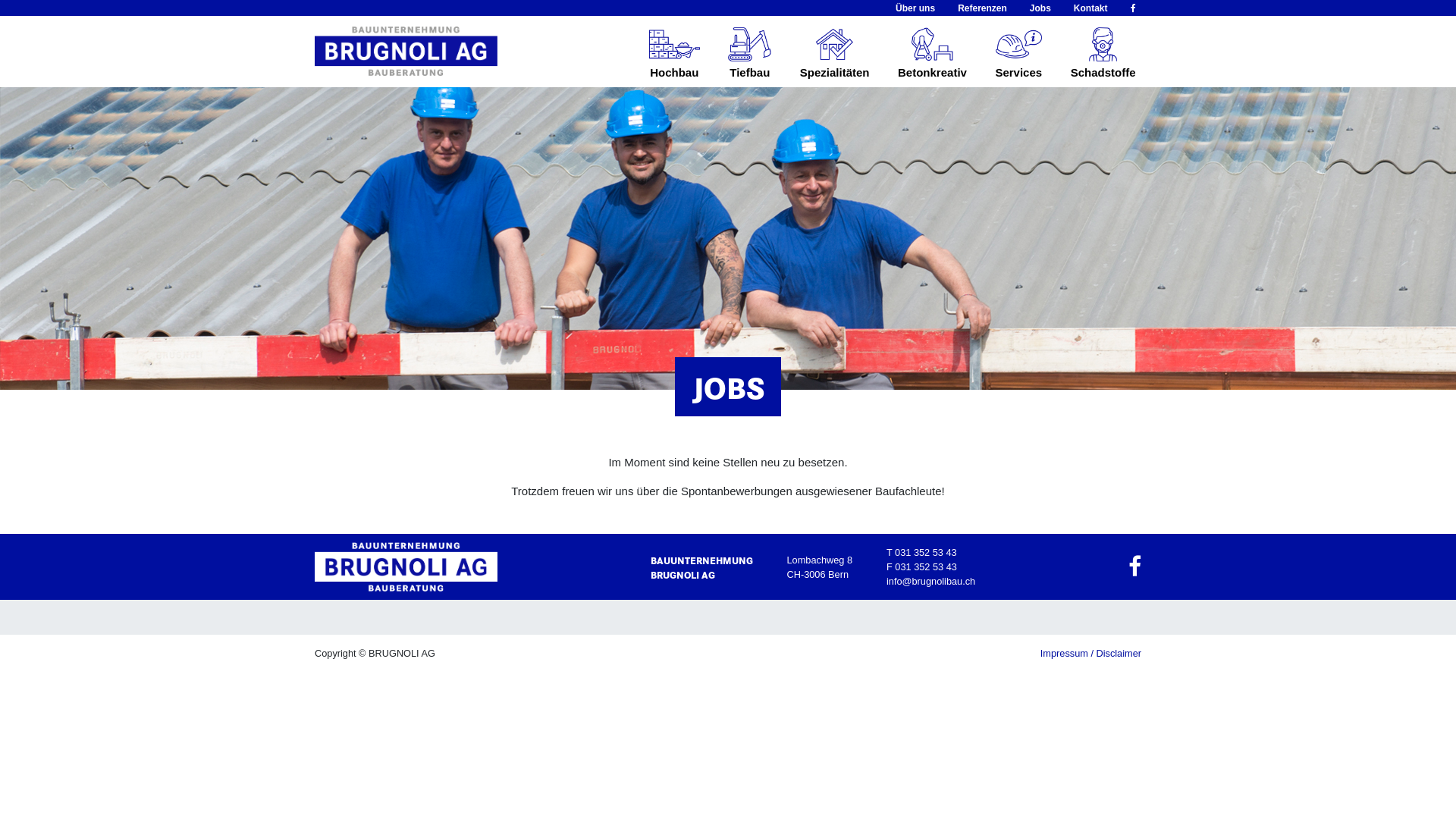 Image resolution: width=1456 pixels, height=819 pixels. Describe the element at coordinates (1103, 51) in the screenshot. I see `'Schadstoffe'` at that location.